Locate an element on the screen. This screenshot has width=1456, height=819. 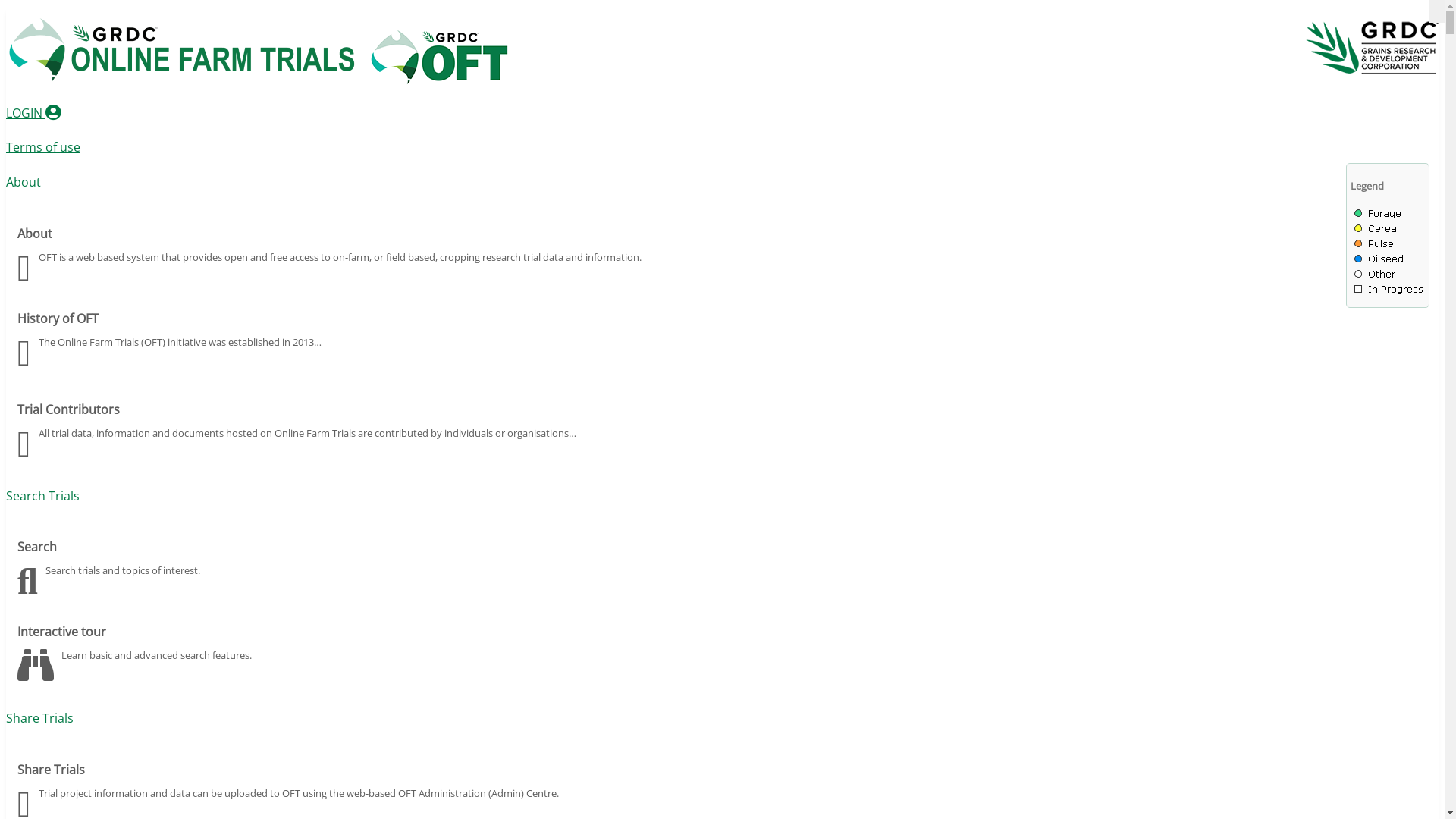
'Toggle navigation' is located at coordinates (1436, 11).